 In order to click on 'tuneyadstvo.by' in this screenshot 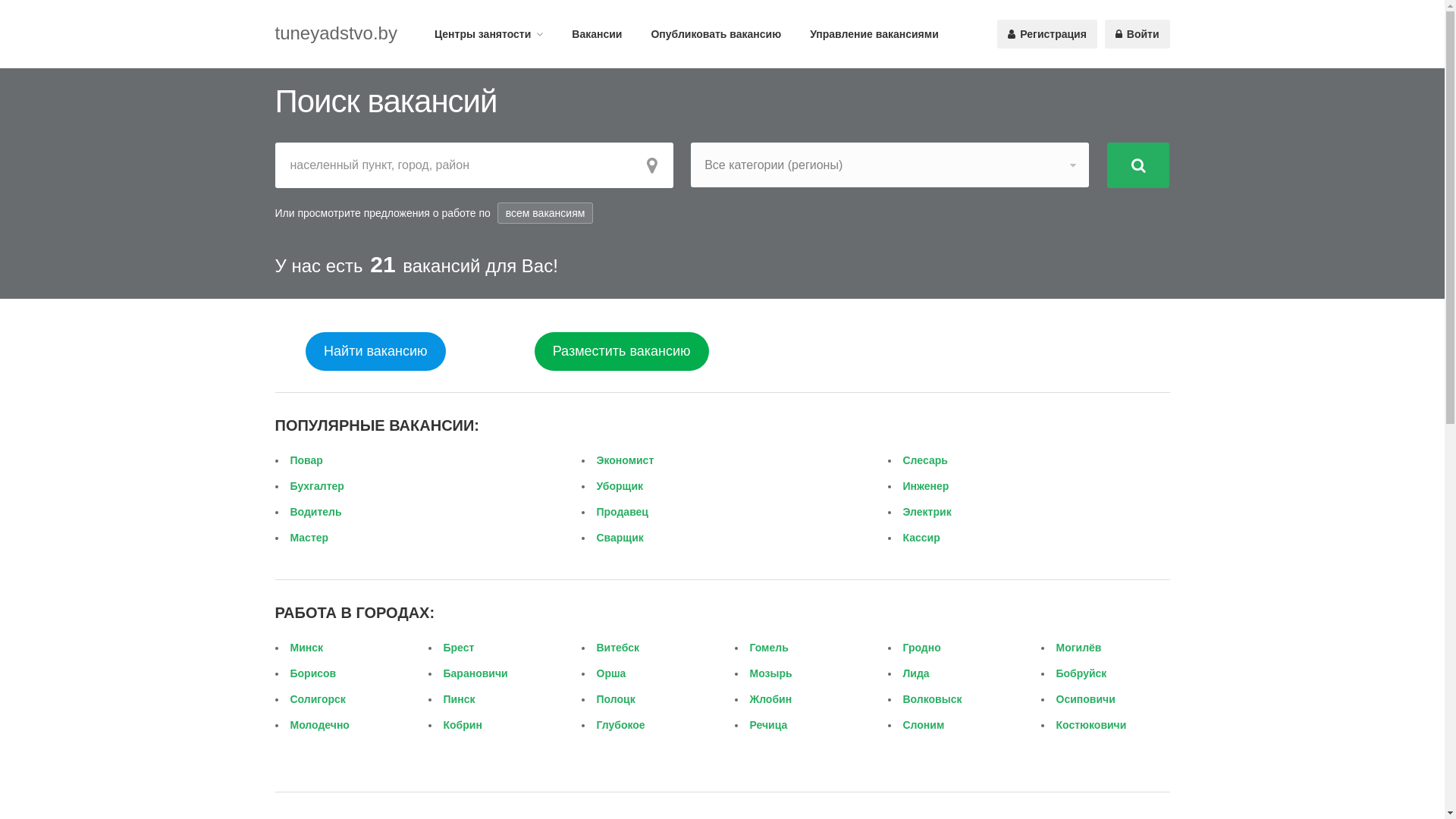, I will do `click(334, 33)`.